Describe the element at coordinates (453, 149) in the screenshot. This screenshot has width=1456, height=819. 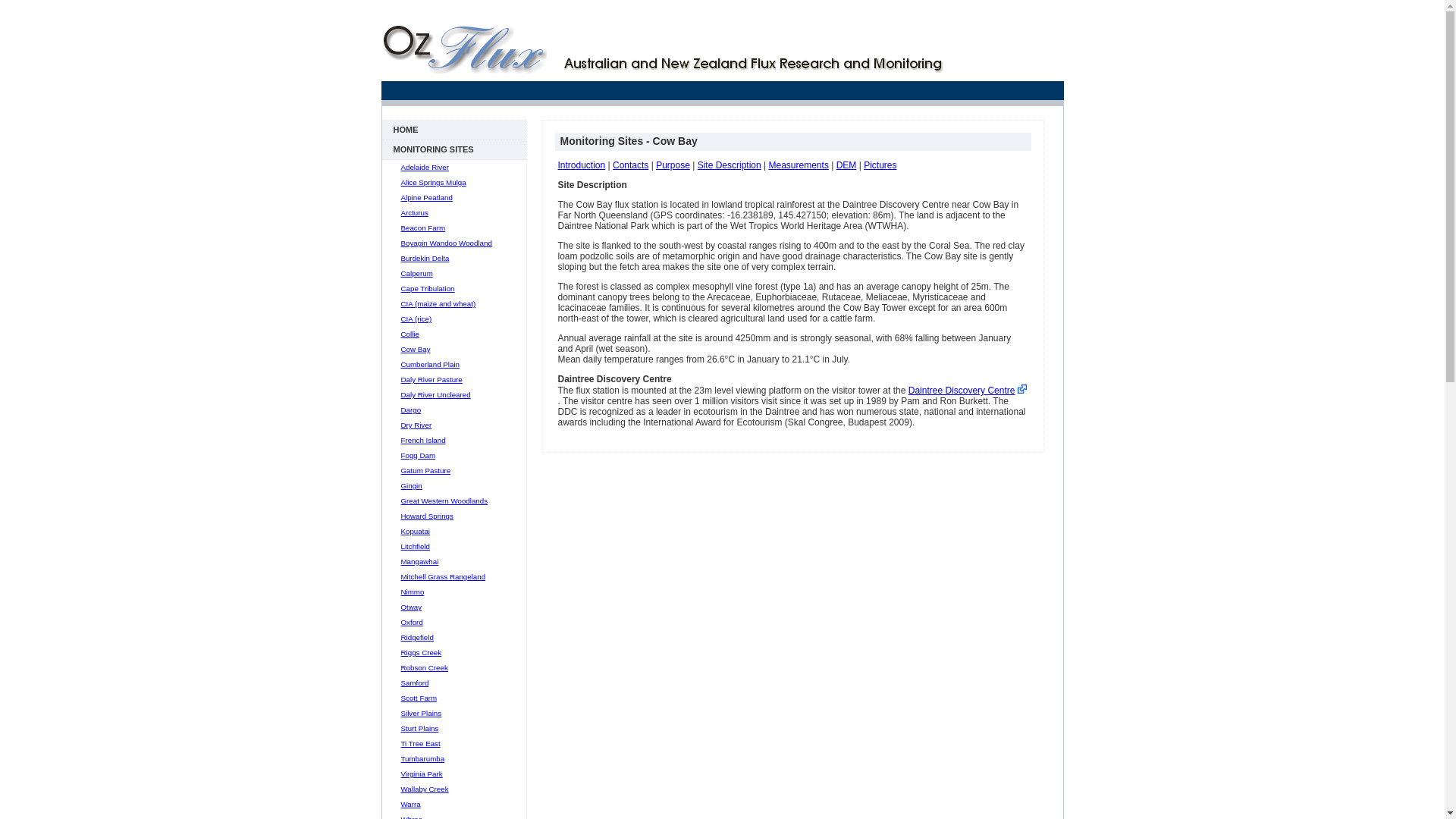
I see `'MONITORING SITES'` at that location.